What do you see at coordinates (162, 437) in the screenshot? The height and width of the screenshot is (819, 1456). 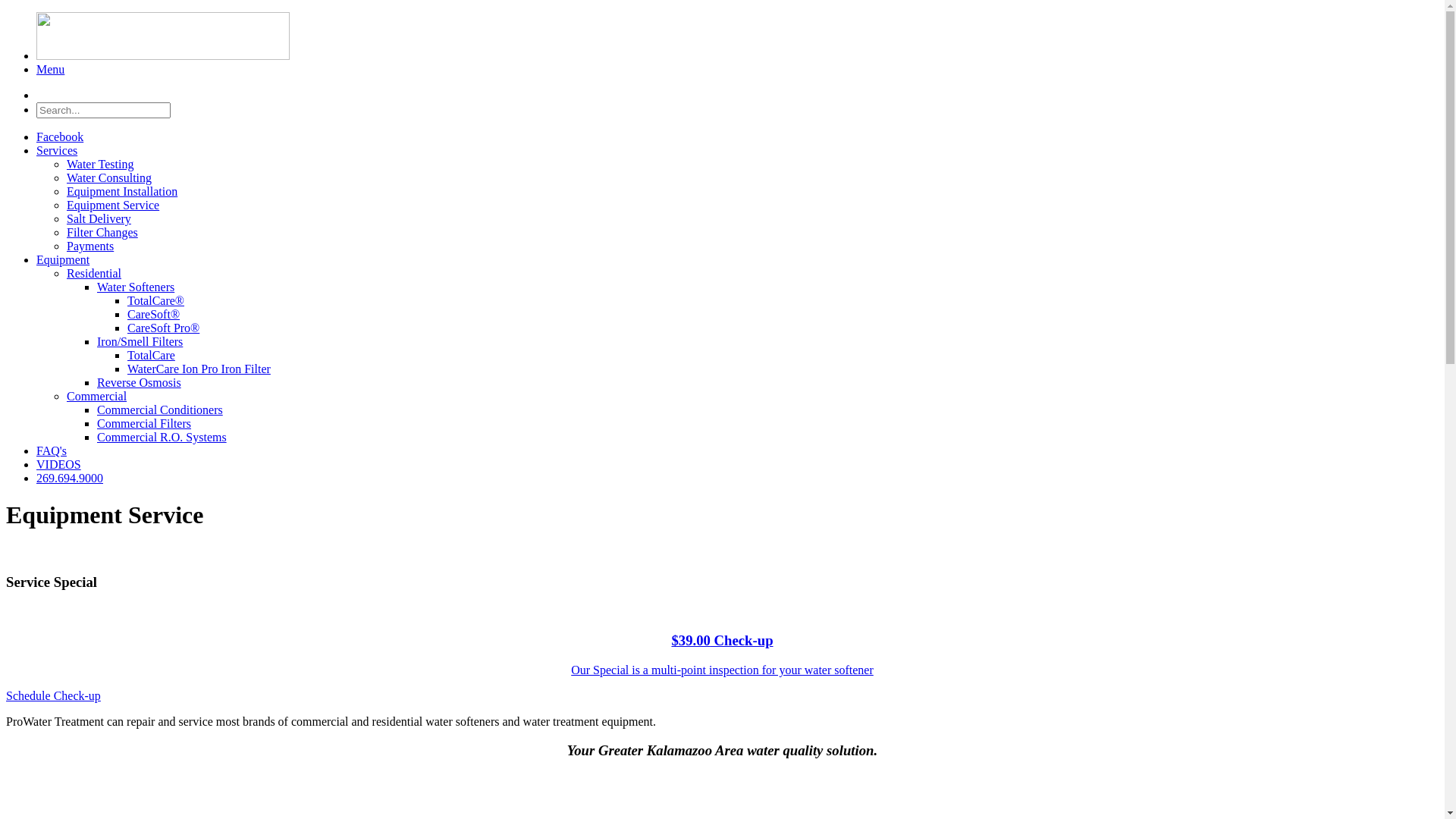 I see `'Commercial R.O. Systems'` at bounding box center [162, 437].